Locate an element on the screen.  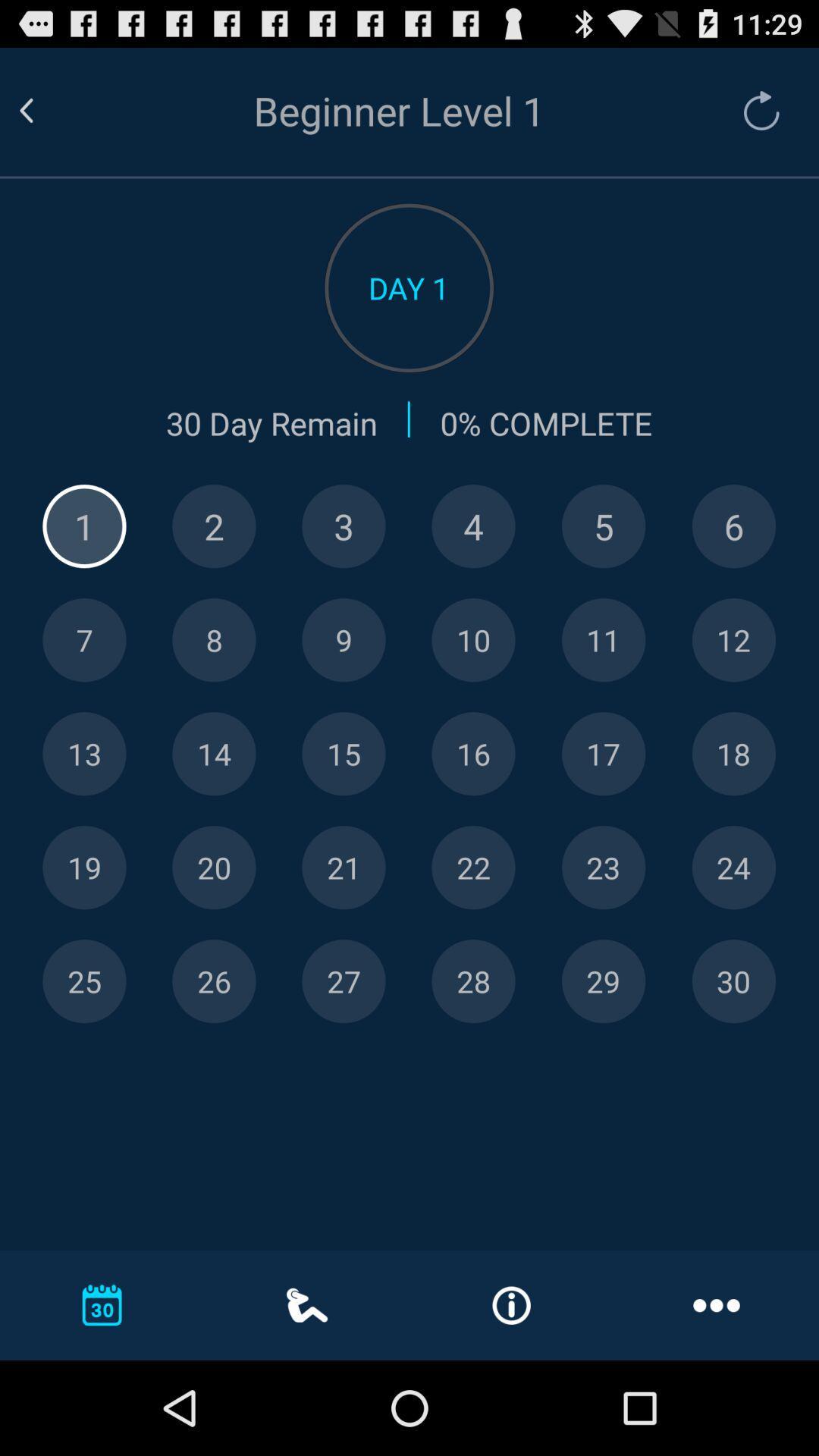
the arrow_backward icon is located at coordinates (44, 118).